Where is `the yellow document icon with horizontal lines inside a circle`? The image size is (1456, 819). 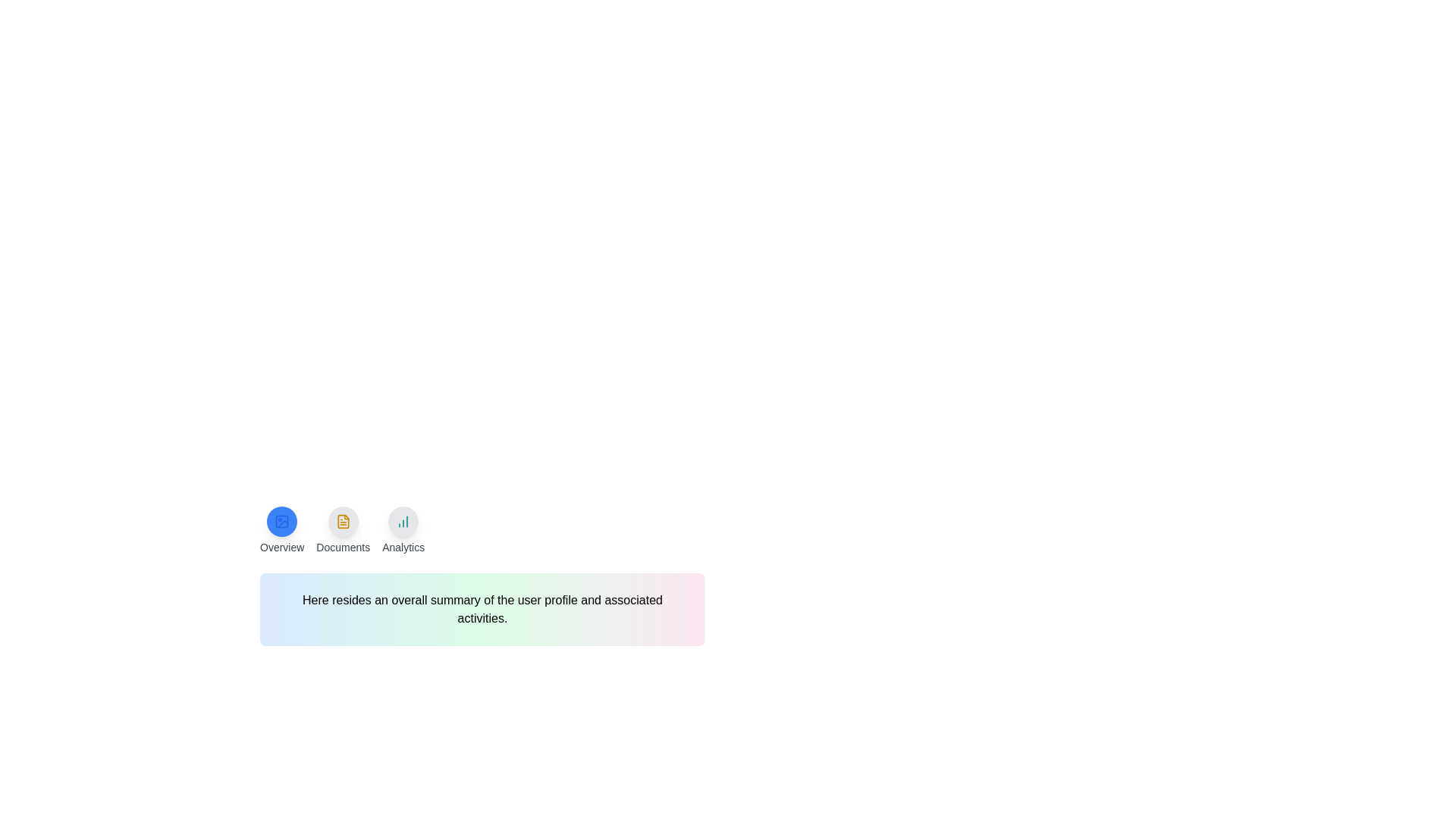
the yellow document icon with horizontal lines inside a circle is located at coordinates (342, 520).